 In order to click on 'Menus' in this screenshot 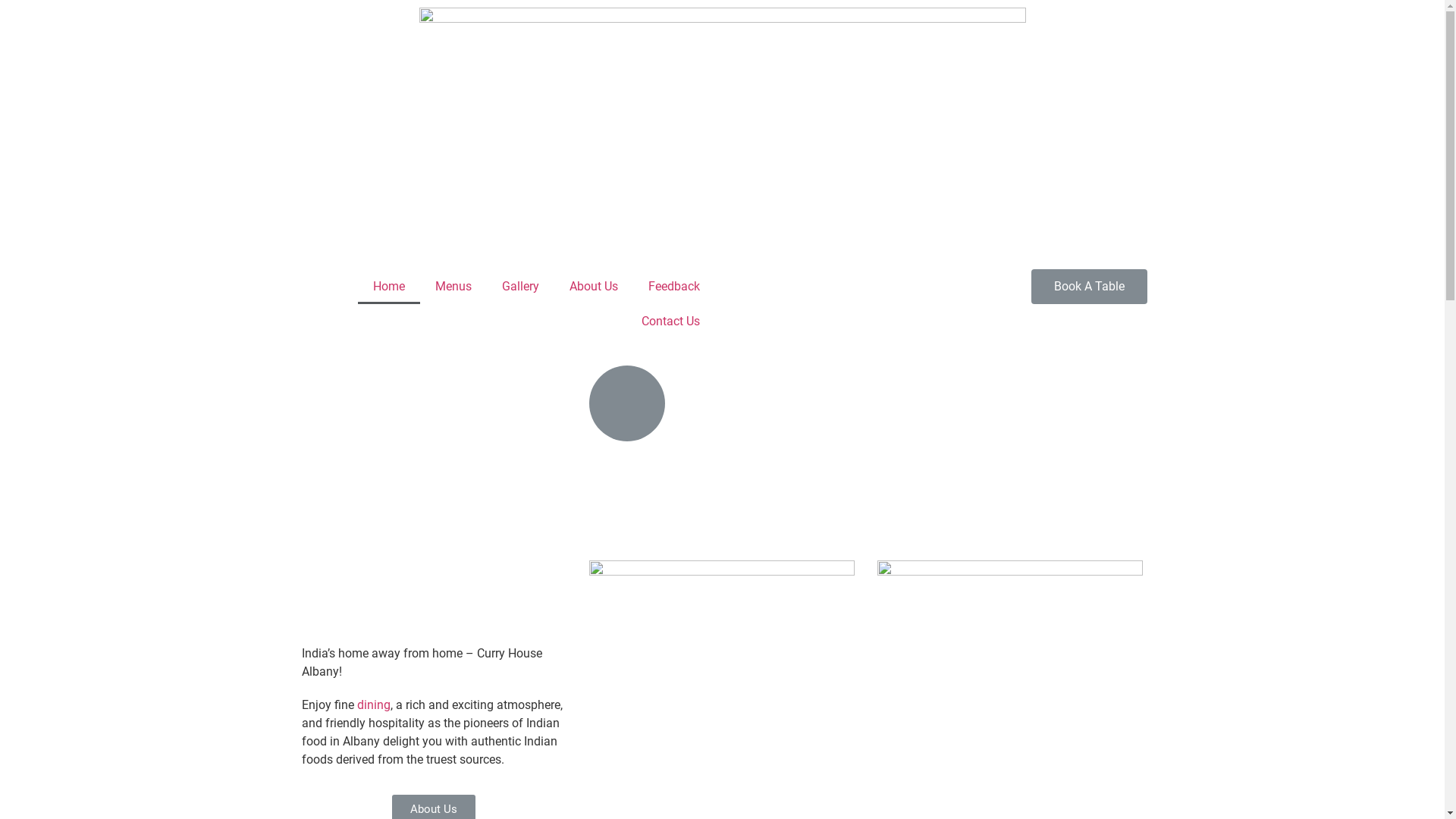, I will do `click(419, 287)`.